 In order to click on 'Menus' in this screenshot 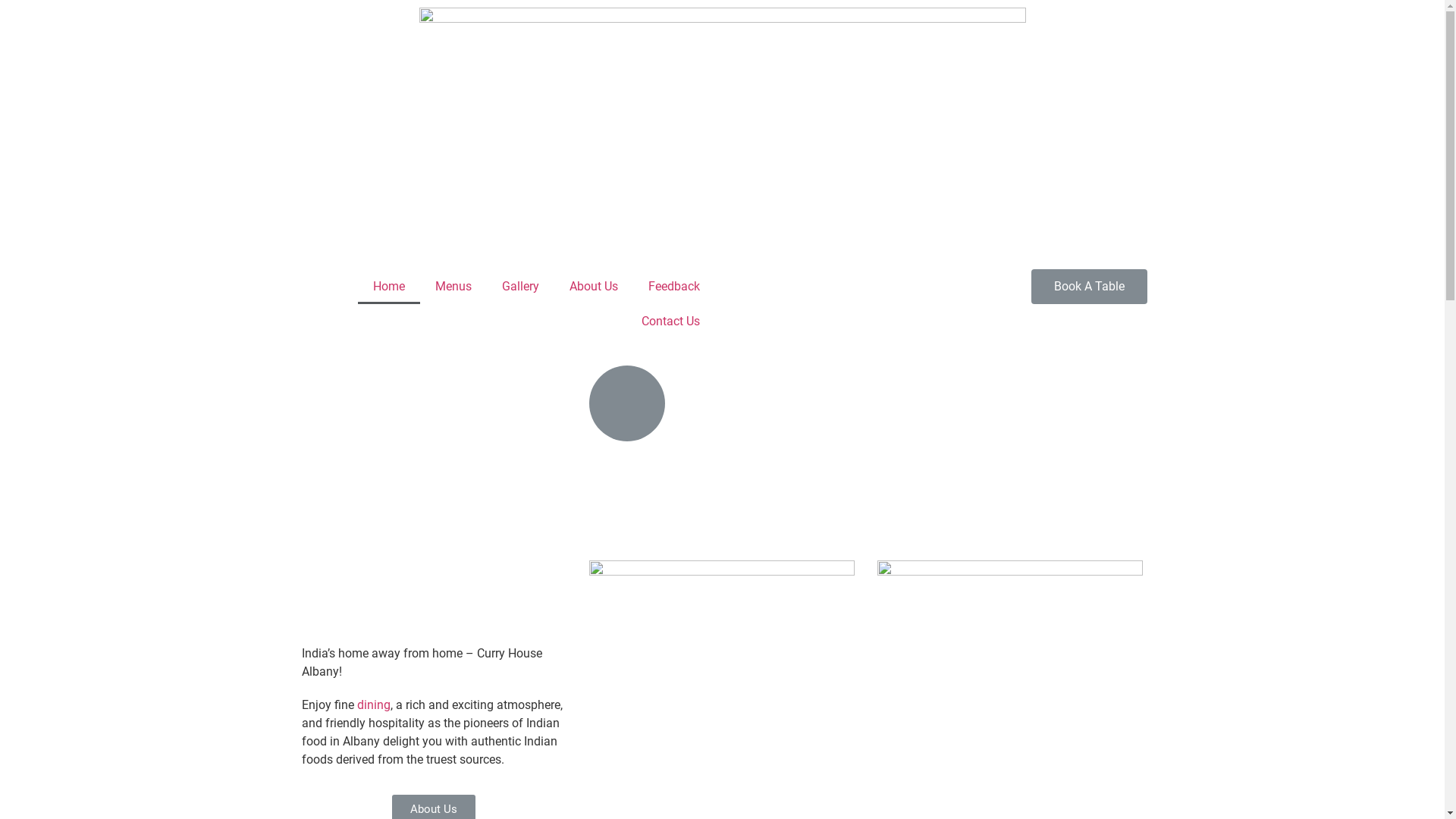, I will do `click(419, 287)`.